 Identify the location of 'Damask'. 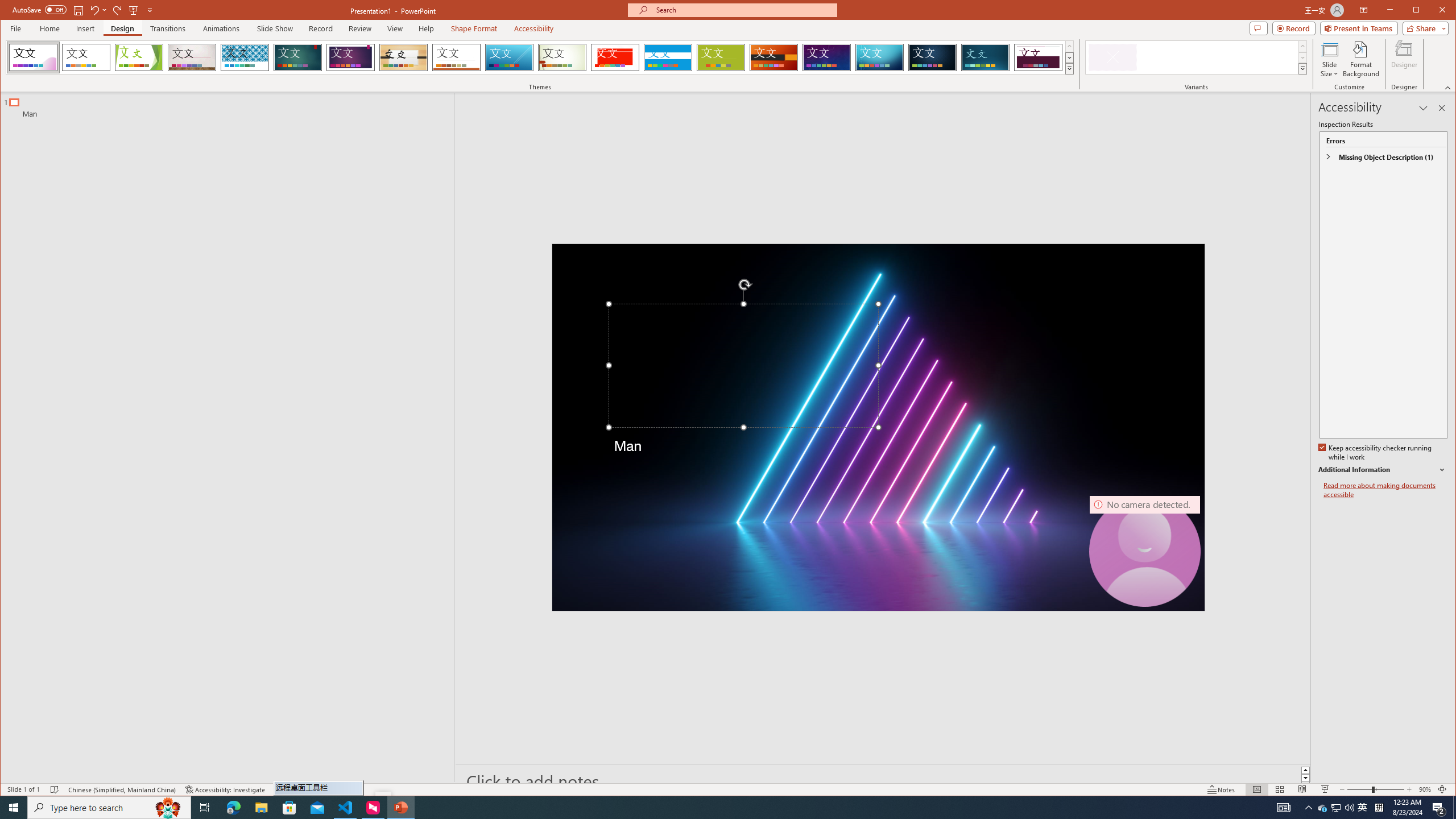
(932, 57).